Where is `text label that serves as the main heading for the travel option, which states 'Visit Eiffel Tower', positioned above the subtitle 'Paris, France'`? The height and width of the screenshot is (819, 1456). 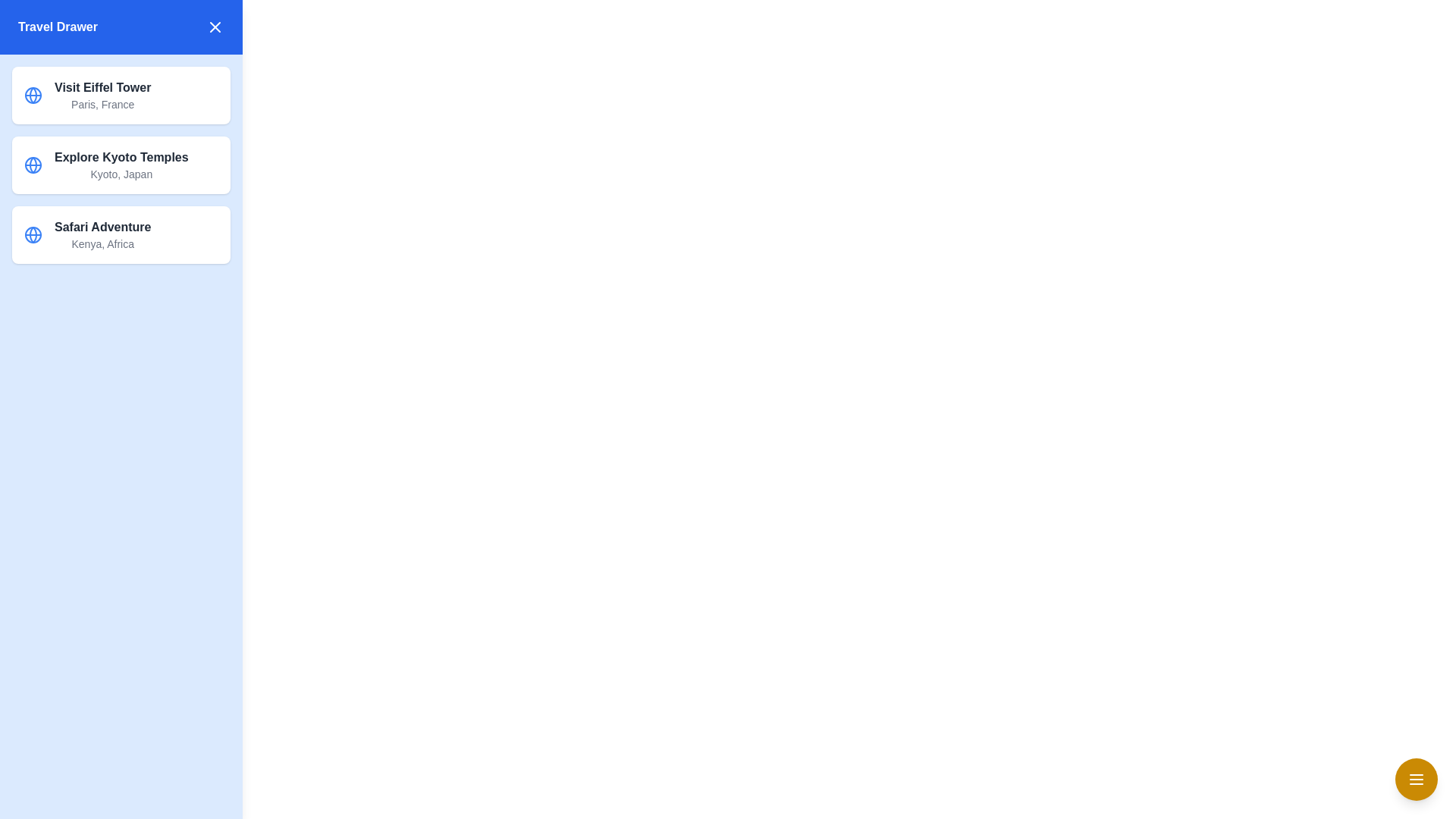 text label that serves as the main heading for the travel option, which states 'Visit Eiffel Tower', positioned above the subtitle 'Paris, France' is located at coordinates (102, 87).